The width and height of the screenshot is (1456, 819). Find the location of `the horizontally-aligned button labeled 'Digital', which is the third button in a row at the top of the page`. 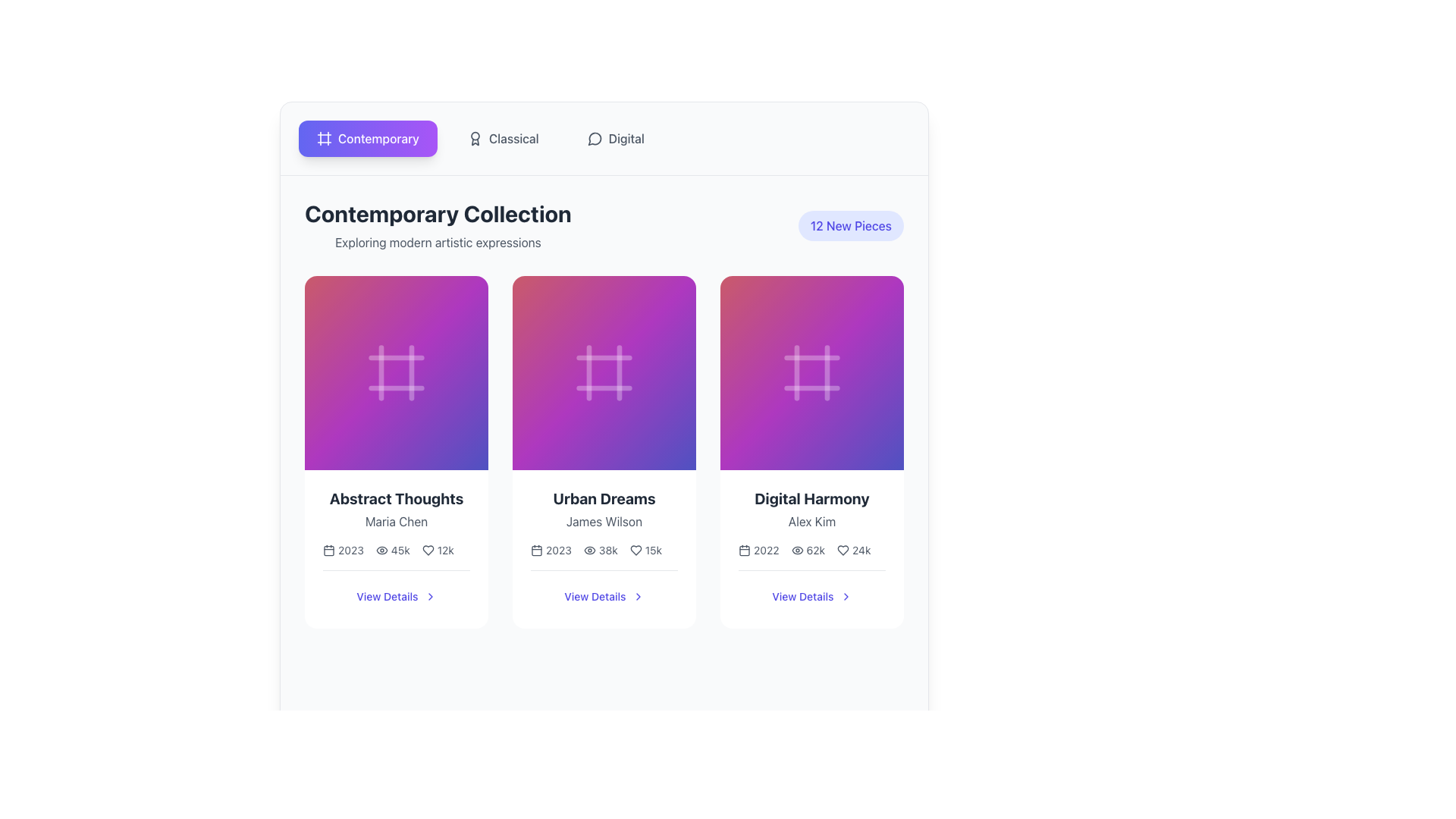

the horizontally-aligned button labeled 'Digital', which is the third button in a row at the top of the page is located at coordinates (615, 138).